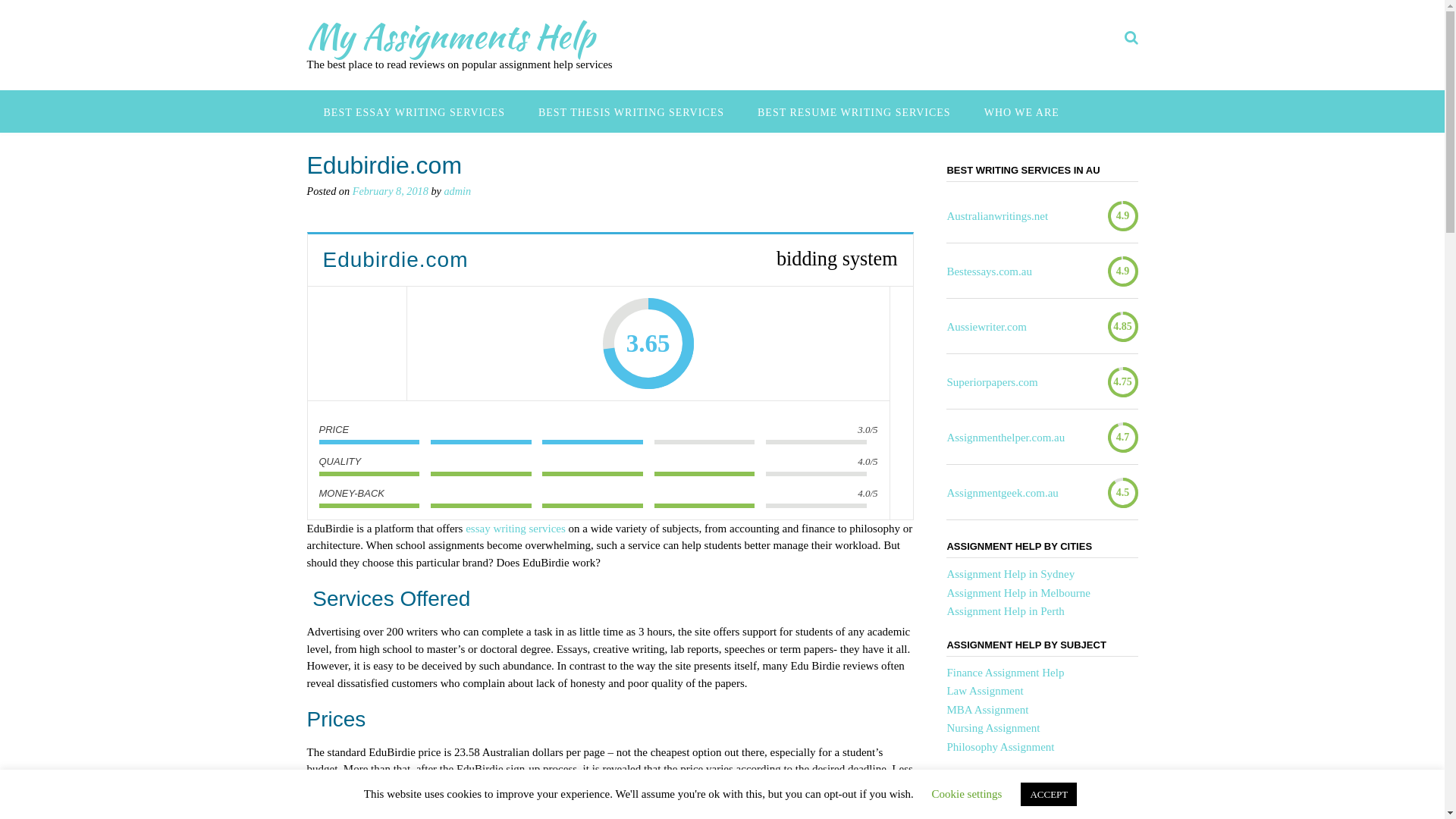 The image size is (1456, 819). What do you see at coordinates (997, 216) in the screenshot?
I see `'Australianwritings.net'` at bounding box center [997, 216].